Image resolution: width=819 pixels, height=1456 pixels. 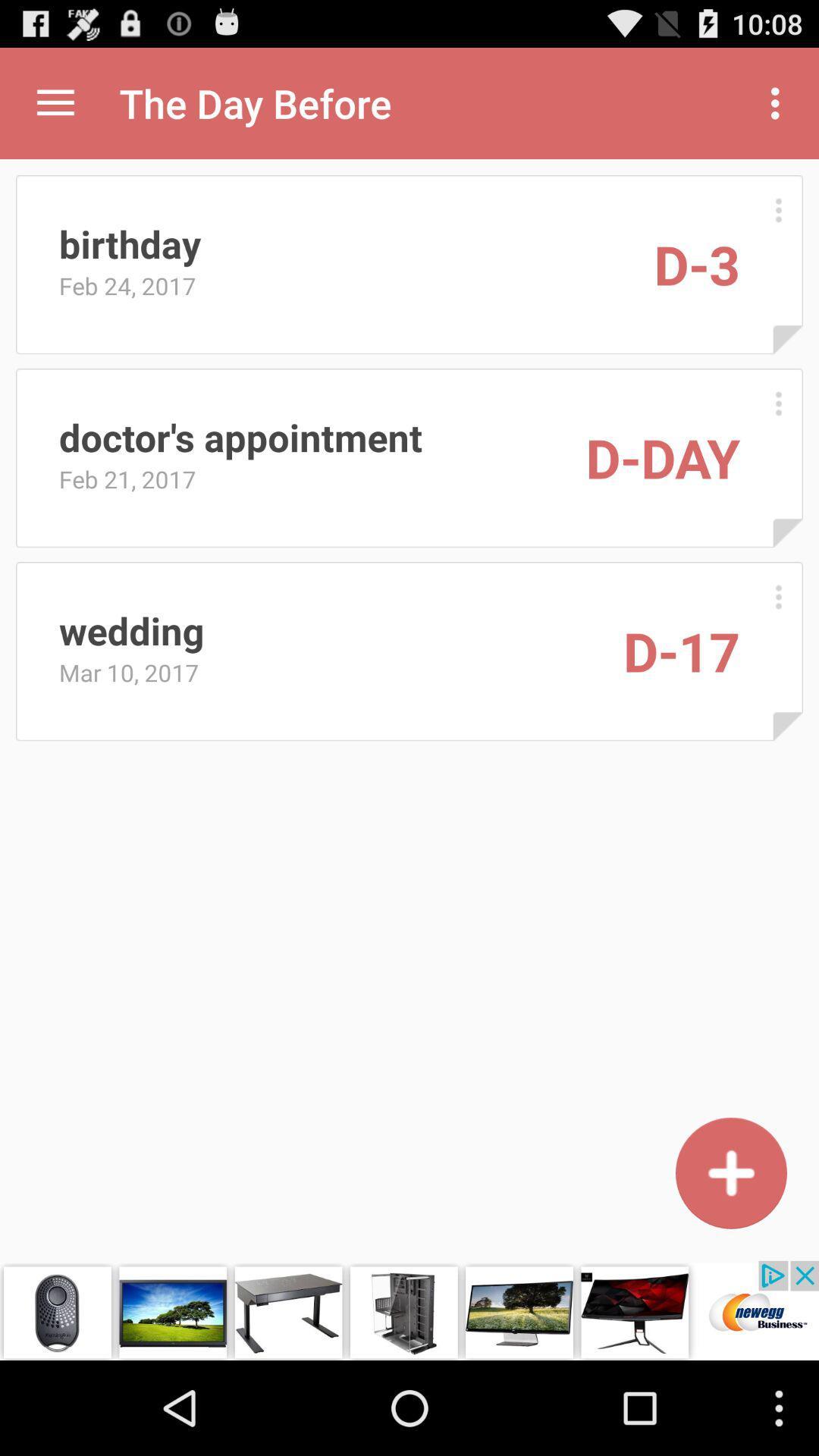 What do you see at coordinates (778, 209) in the screenshot?
I see `expand information` at bounding box center [778, 209].